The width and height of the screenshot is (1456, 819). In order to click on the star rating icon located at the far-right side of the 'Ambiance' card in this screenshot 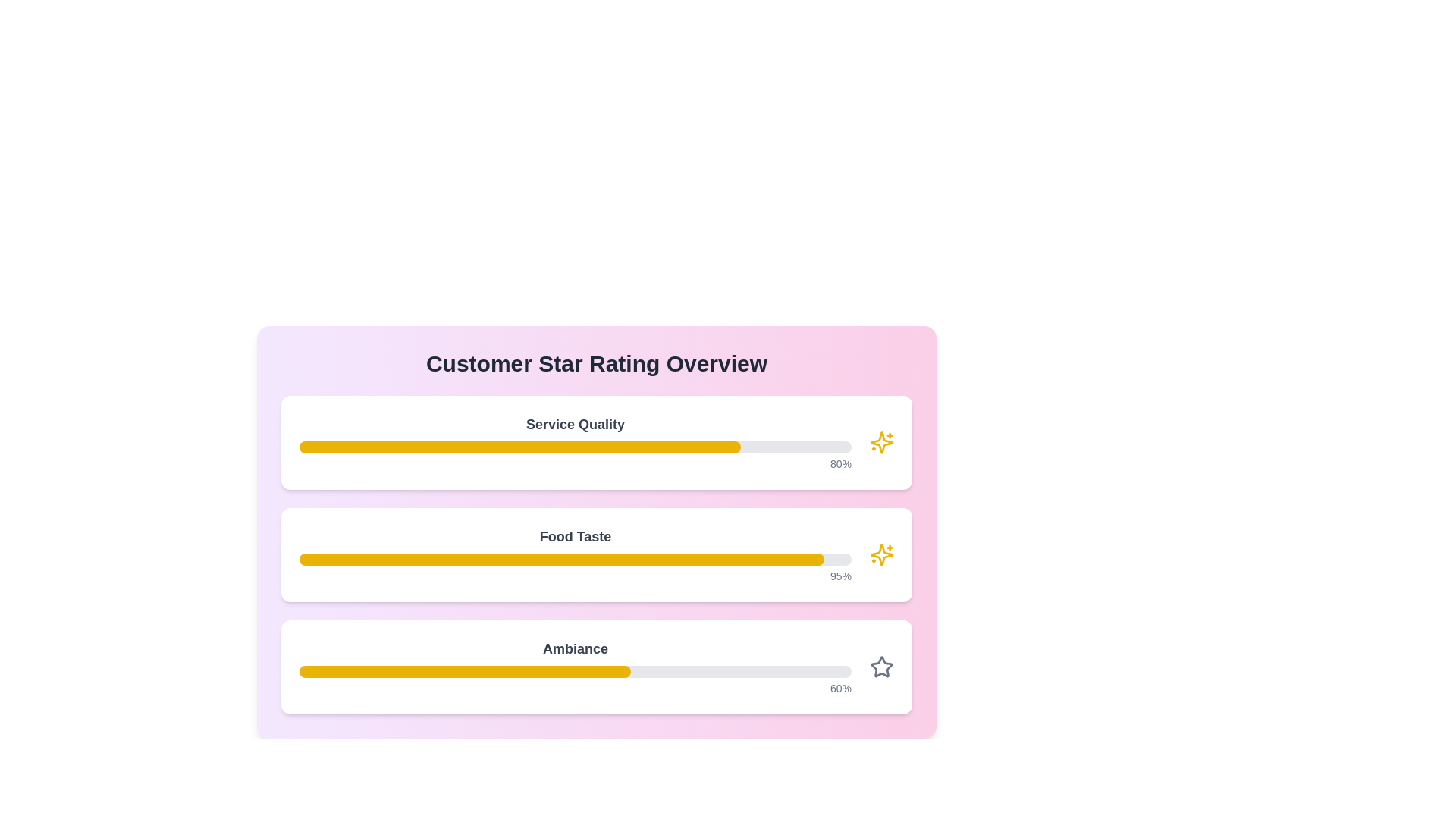, I will do `click(881, 666)`.